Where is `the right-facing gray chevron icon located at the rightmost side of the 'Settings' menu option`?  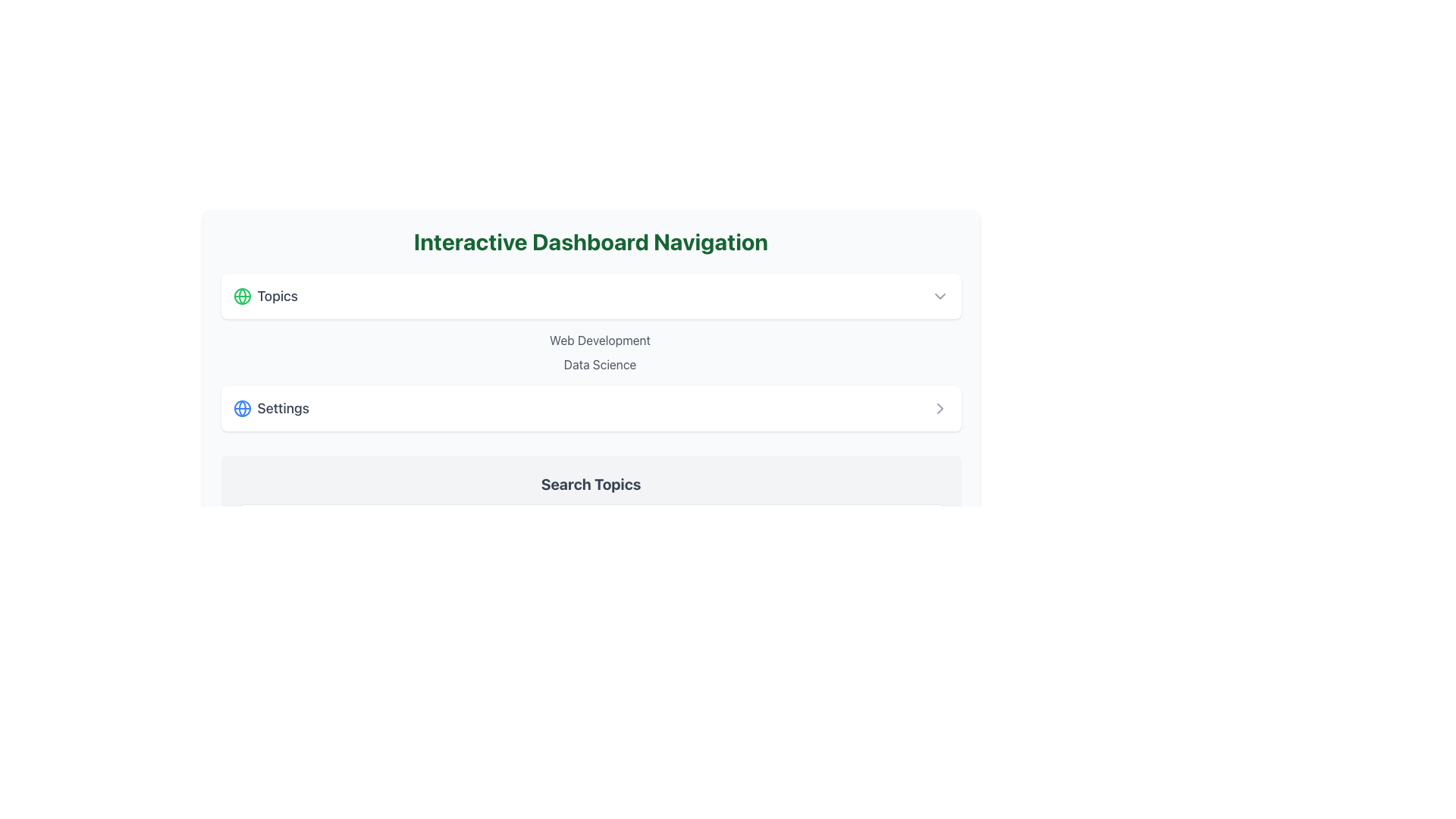 the right-facing gray chevron icon located at the rightmost side of the 'Settings' menu option is located at coordinates (939, 408).